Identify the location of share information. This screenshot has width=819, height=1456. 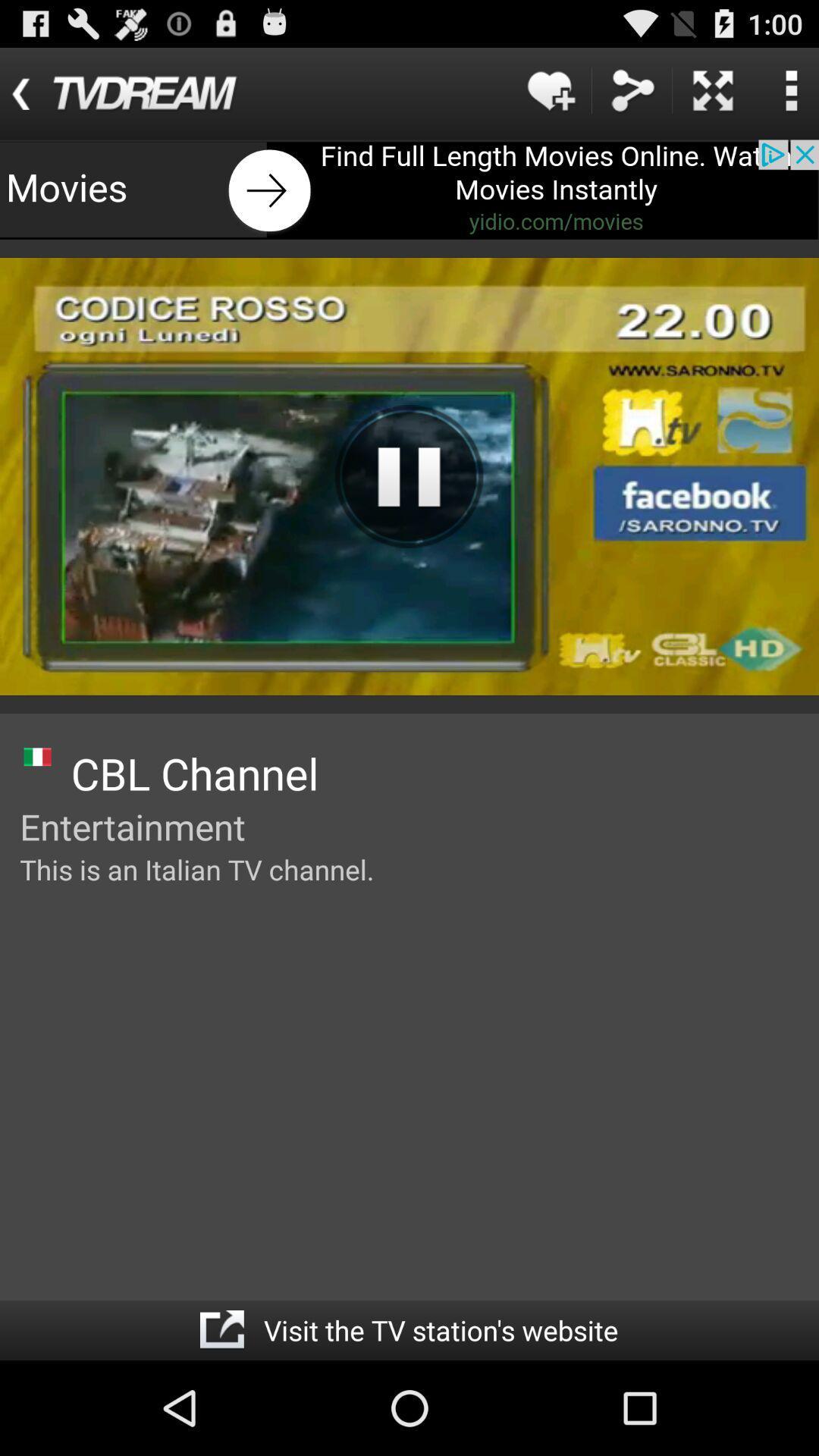
(632, 89).